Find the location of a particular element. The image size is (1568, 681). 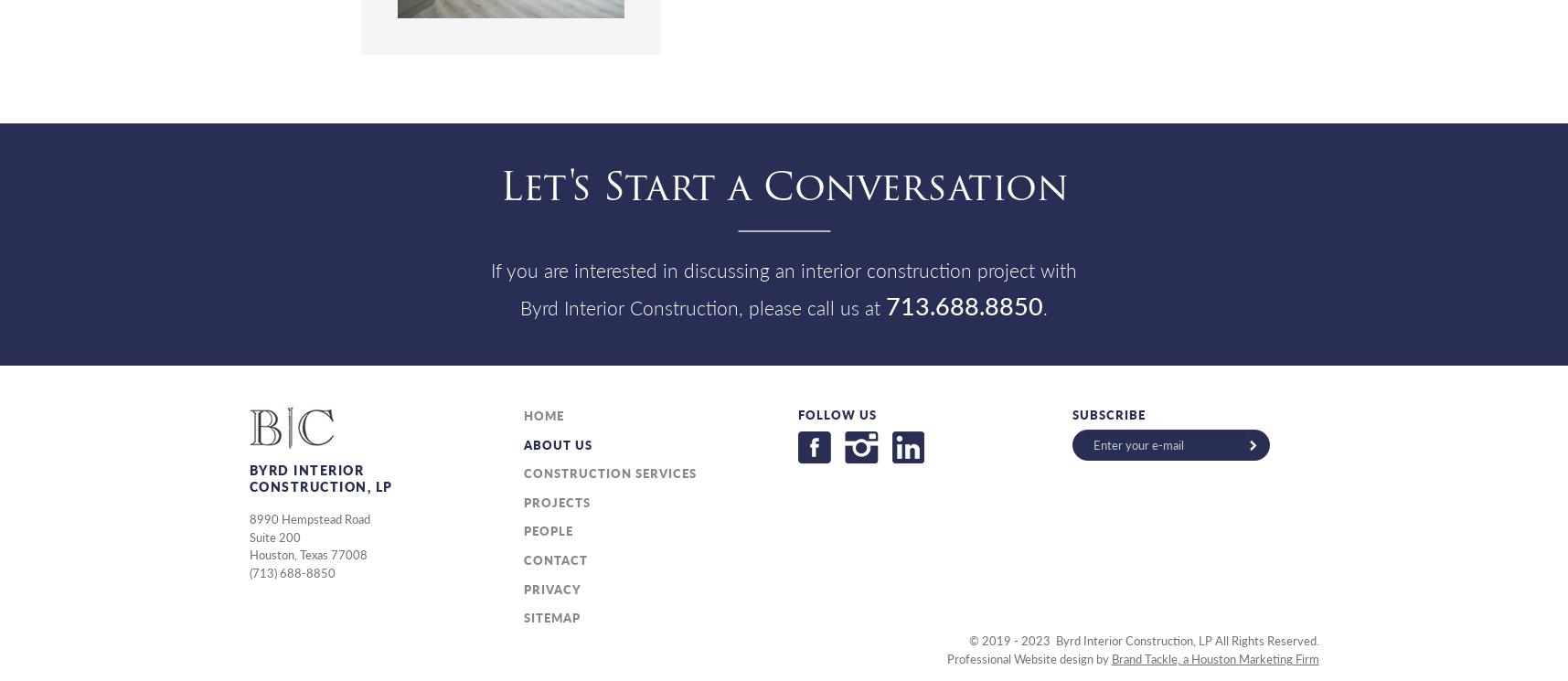

'Projects' is located at coordinates (555, 501).